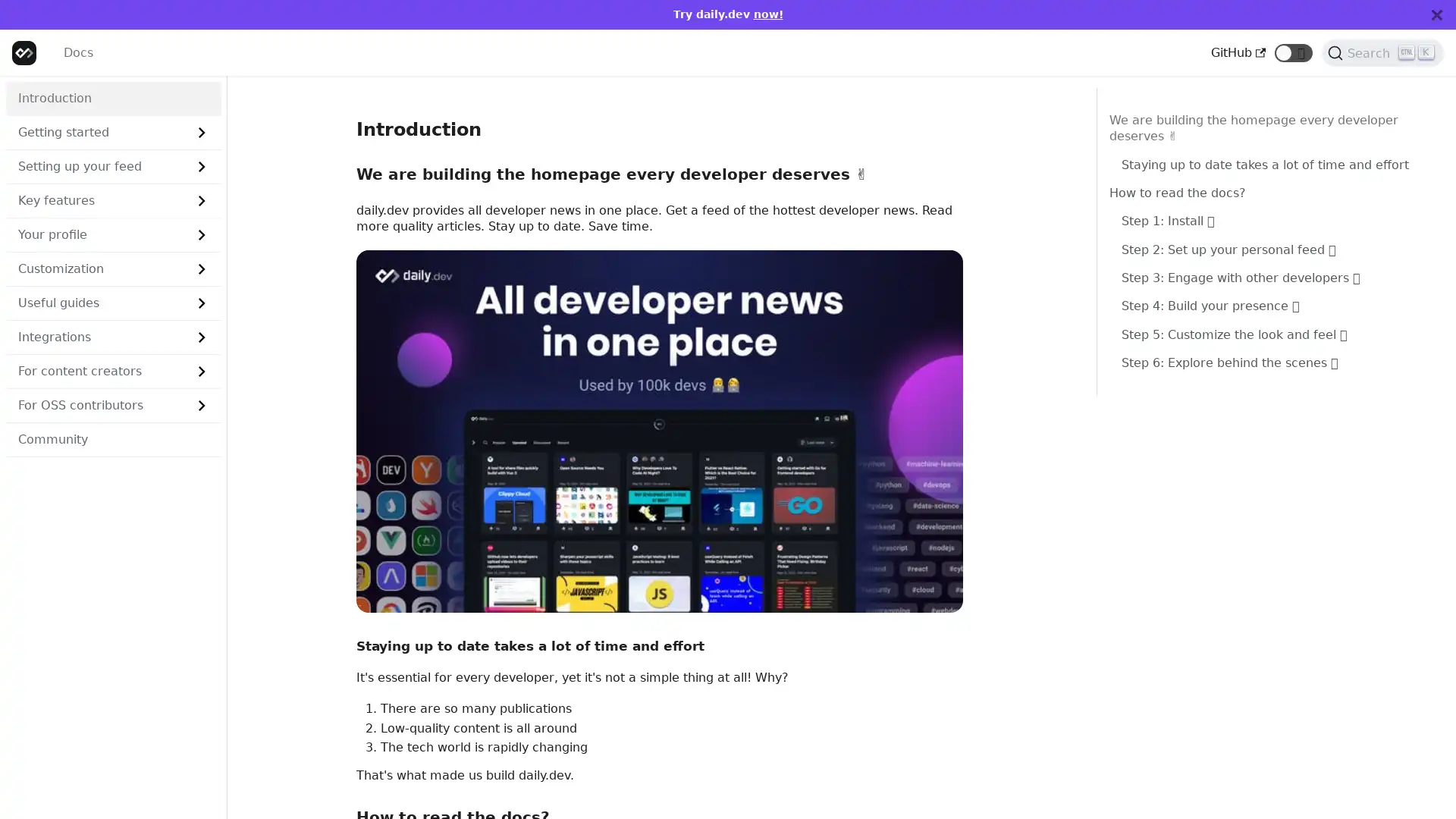  I want to click on Search, so click(1382, 52).